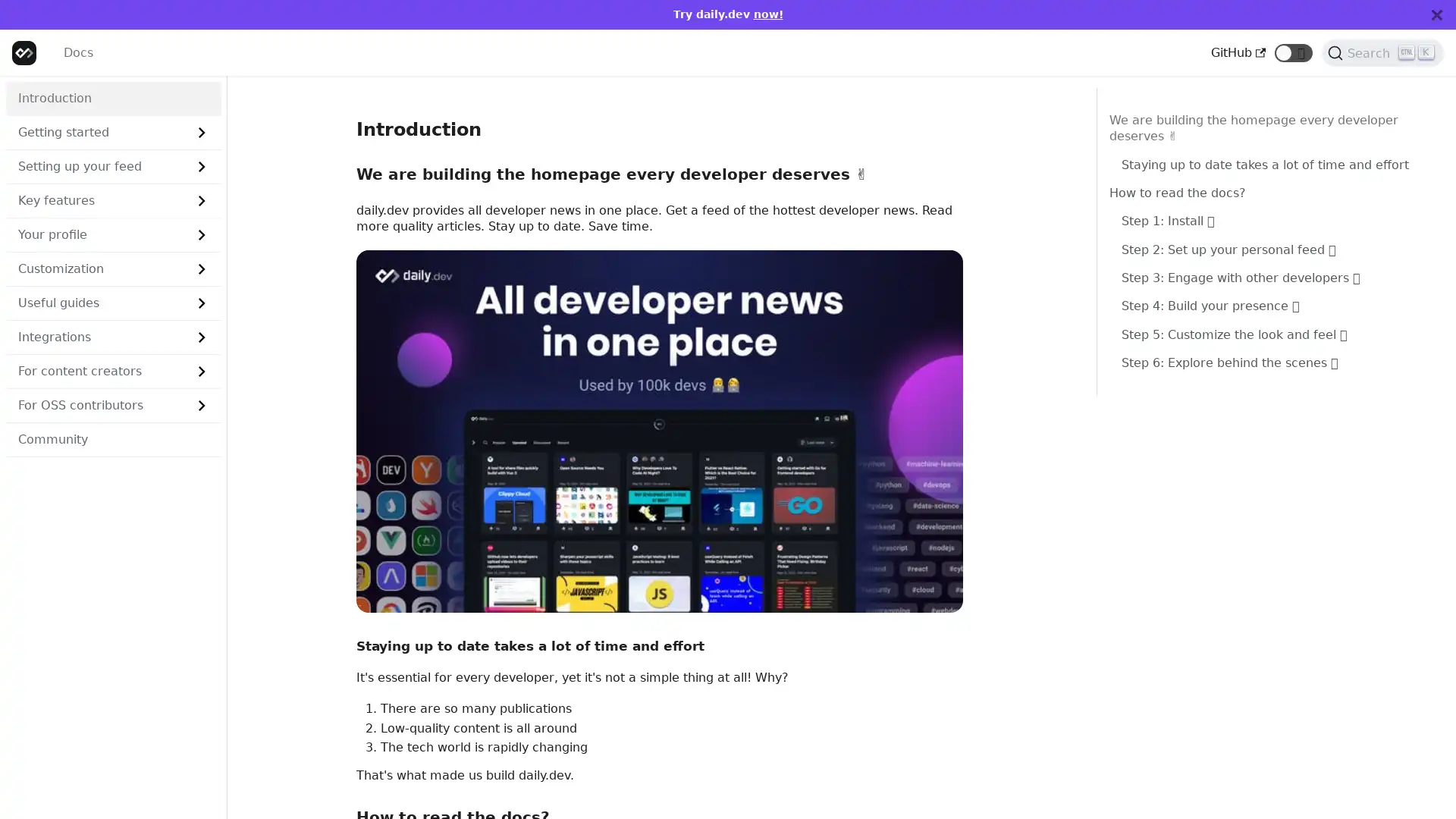  I want to click on Search, so click(1382, 52).